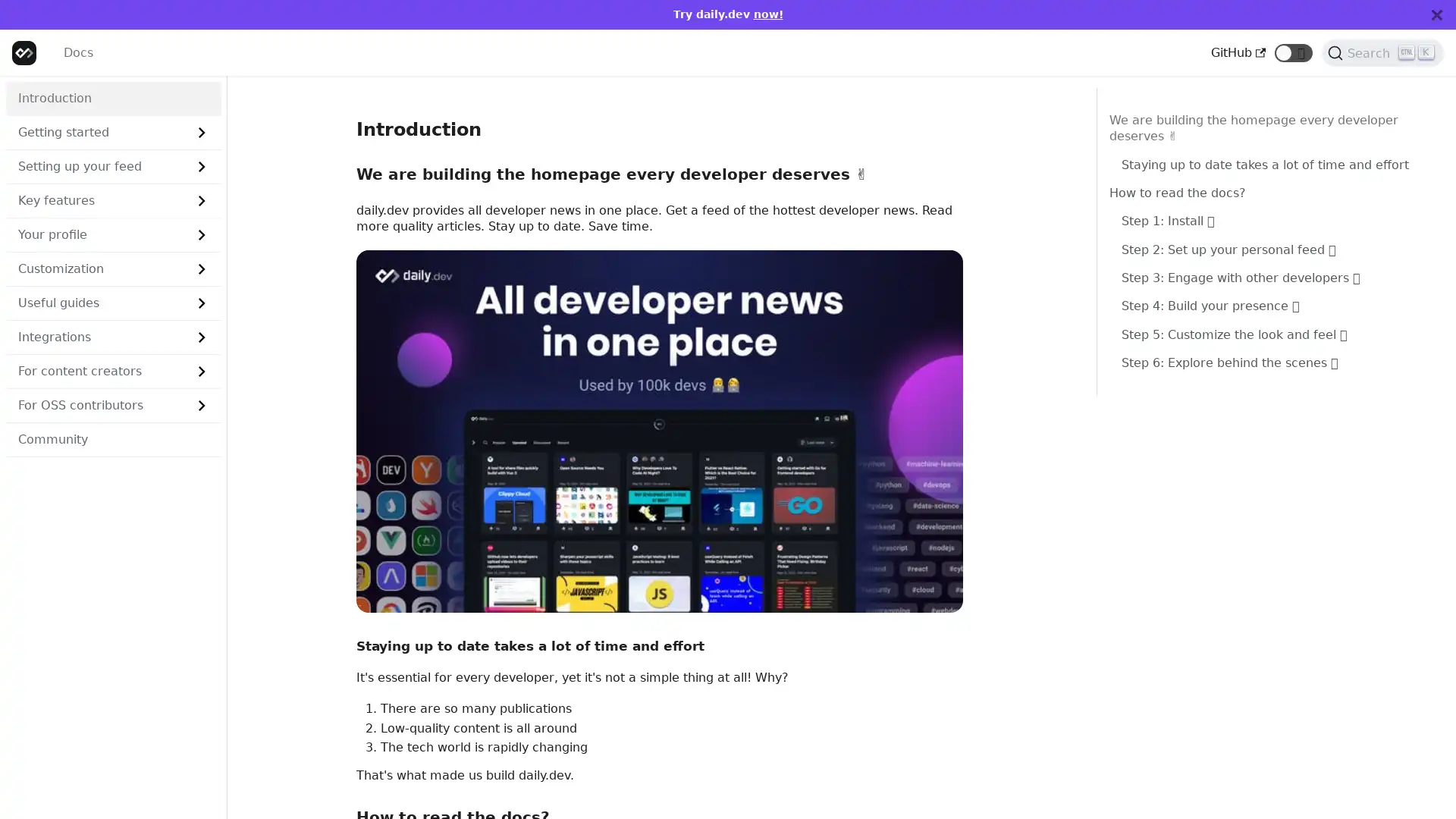  I want to click on Search, so click(1382, 52).